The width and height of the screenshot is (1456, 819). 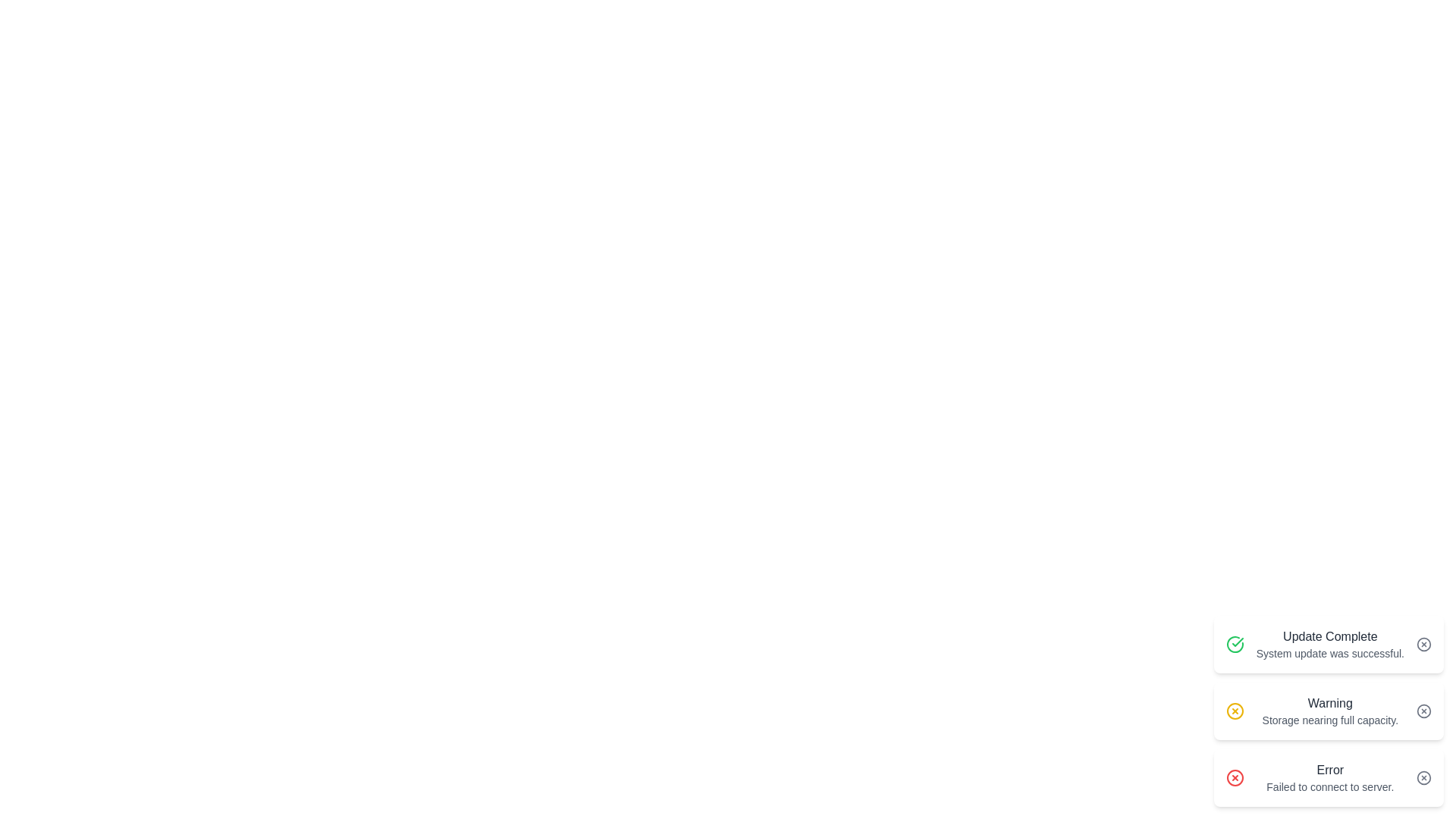 What do you see at coordinates (1423, 644) in the screenshot?
I see `the SVG circle element that represents a 'close' or 'cancel' action within the notification card labeled 'Update Complete' in the top-right corner` at bounding box center [1423, 644].